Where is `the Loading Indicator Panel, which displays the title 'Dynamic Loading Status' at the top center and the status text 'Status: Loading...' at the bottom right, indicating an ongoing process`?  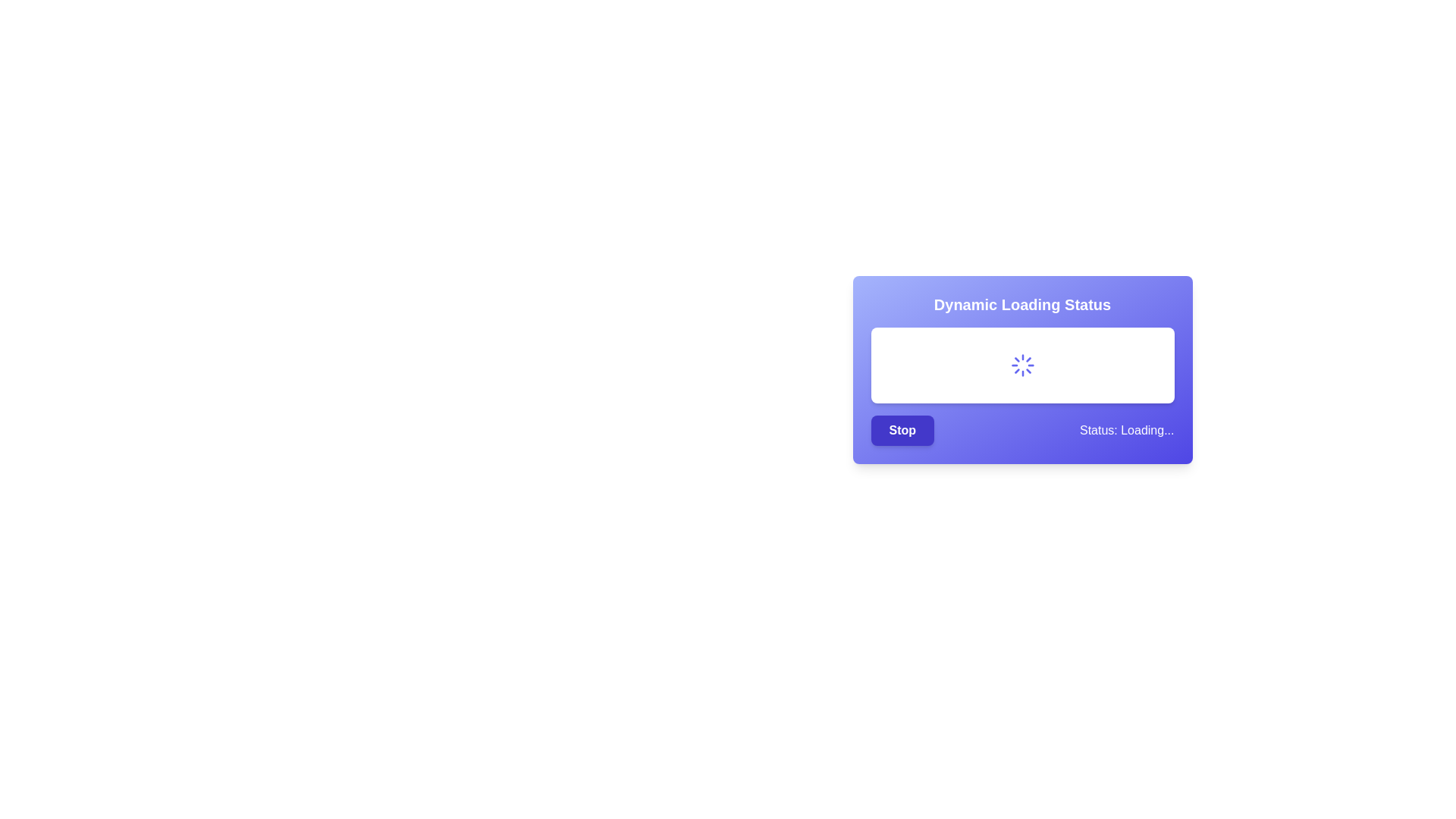 the Loading Indicator Panel, which displays the title 'Dynamic Loading Status' at the top center and the status text 'Status: Loading...' at the bottom right, indicating an ongoing process is located at coordinates (1022, 370).